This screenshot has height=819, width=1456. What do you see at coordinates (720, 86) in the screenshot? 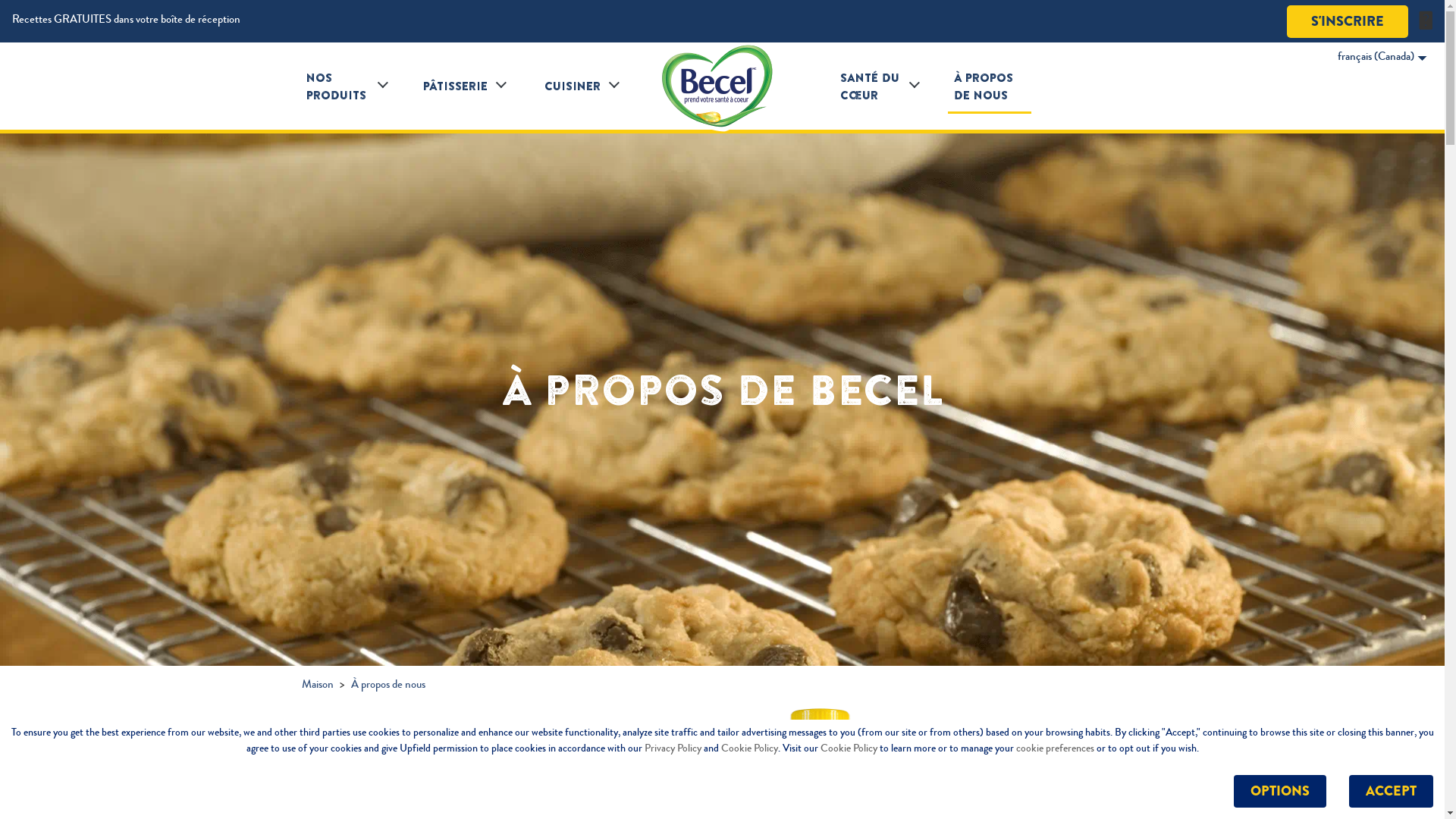
I see `'Logo Black'` at bounding box center [720, 86].